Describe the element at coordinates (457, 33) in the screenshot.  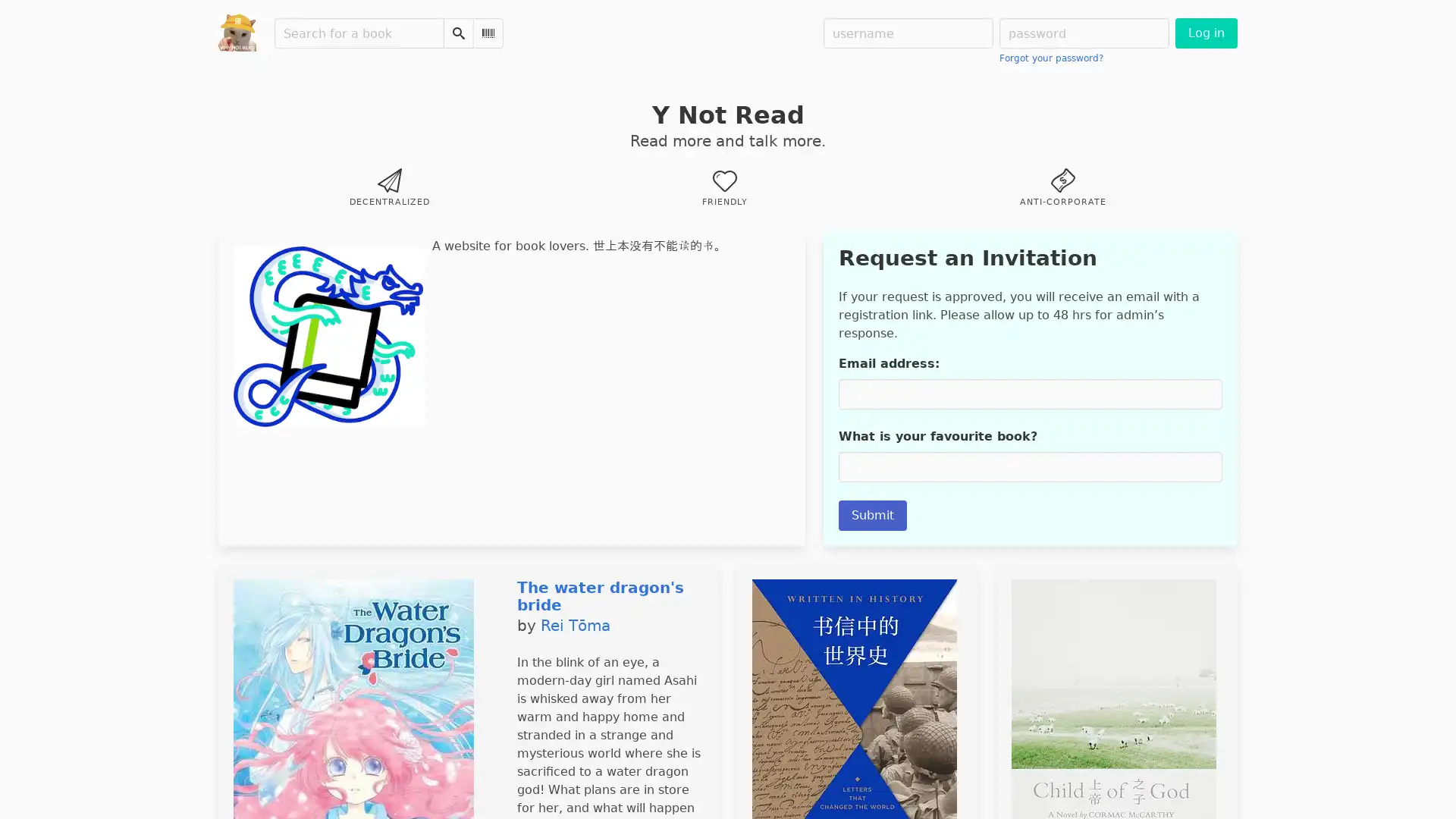
I see `Search` at that location.